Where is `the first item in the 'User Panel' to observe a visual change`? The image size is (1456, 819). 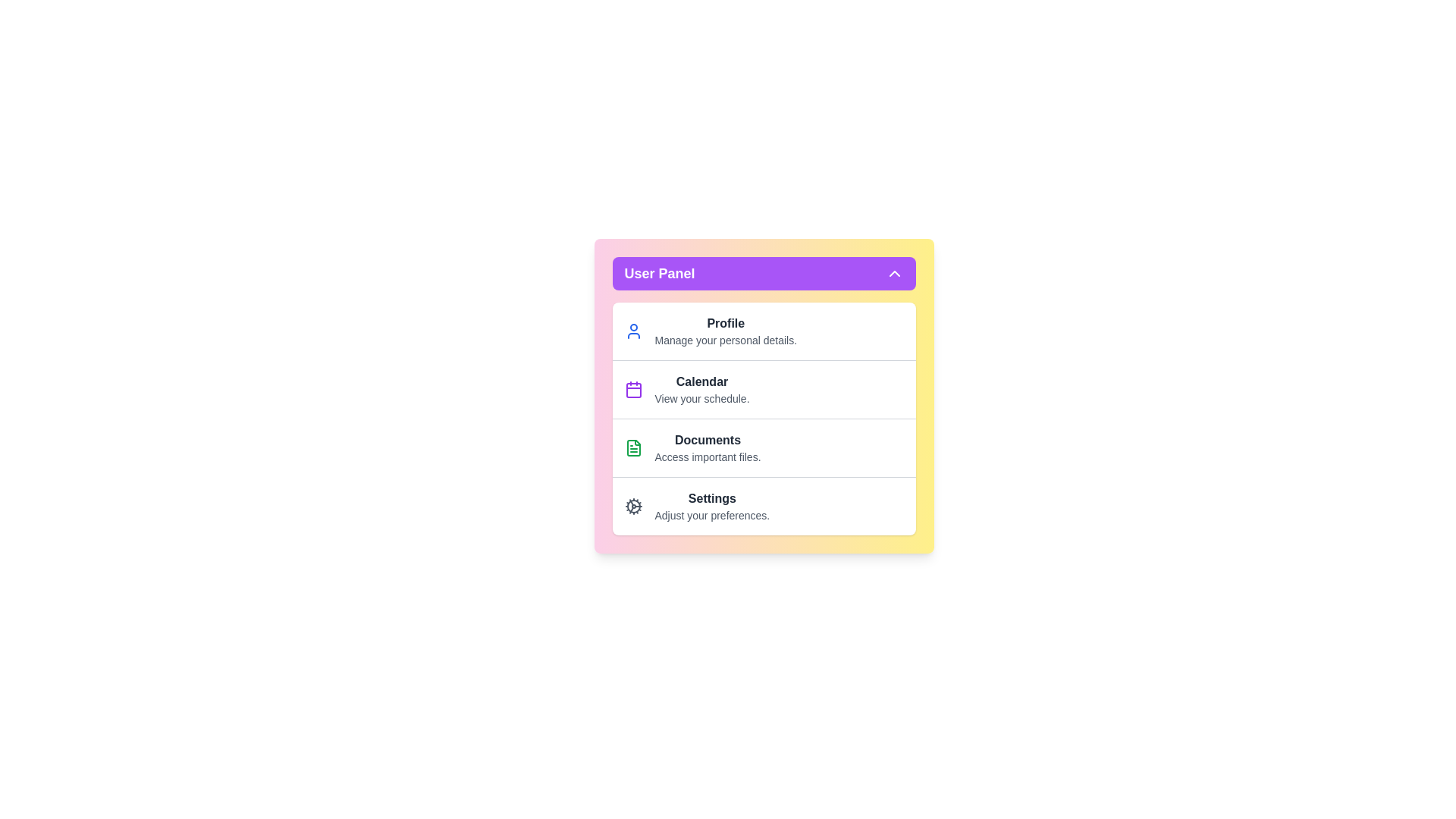
the first item in the 'User Panel' to observe a visual change is located at coordinates (764, 330).